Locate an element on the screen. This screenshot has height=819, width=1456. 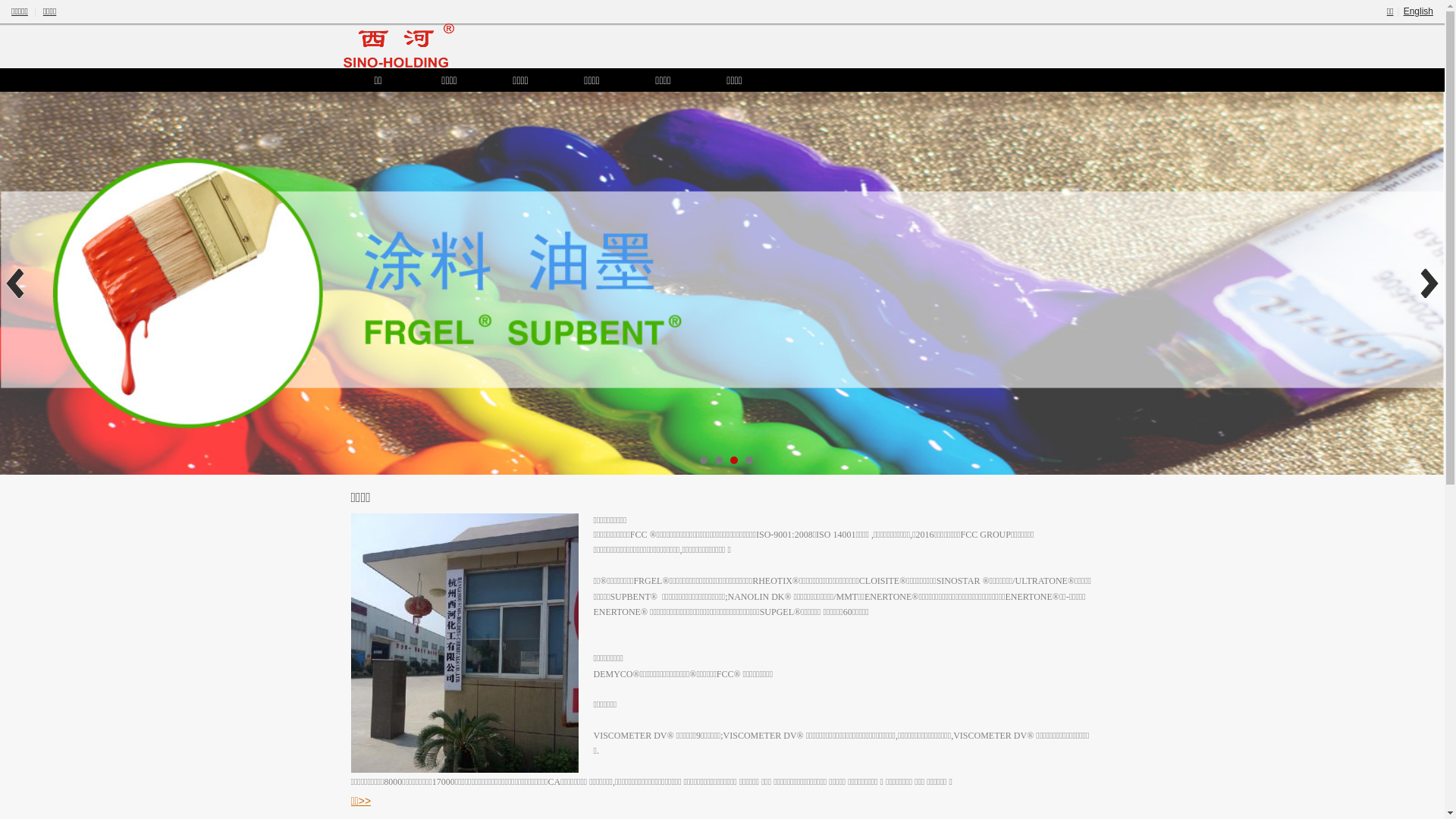
'English' is located at coordinates (1417, 11).